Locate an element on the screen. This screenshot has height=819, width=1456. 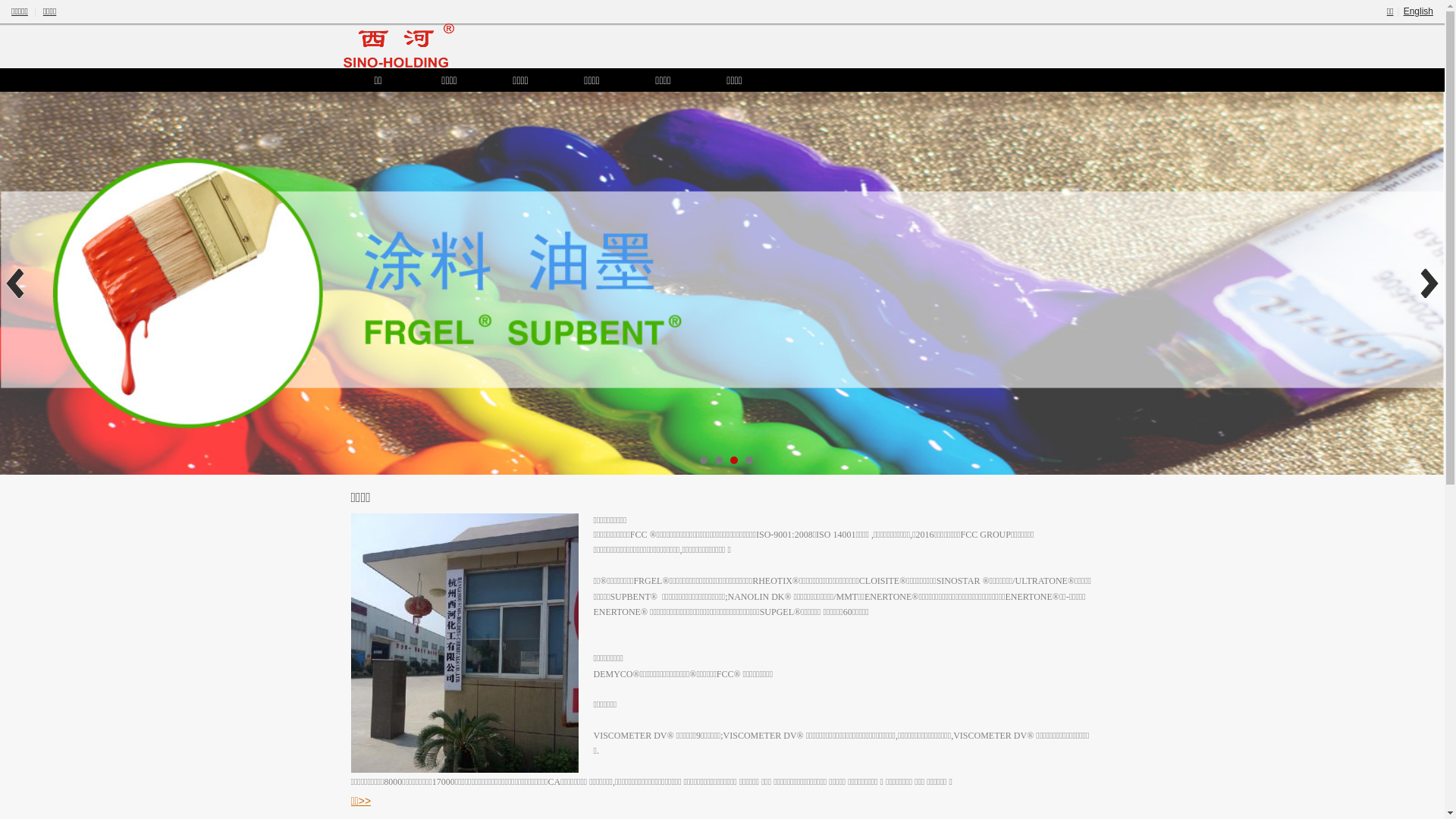
'English' is located at coordinates (1417, 11).